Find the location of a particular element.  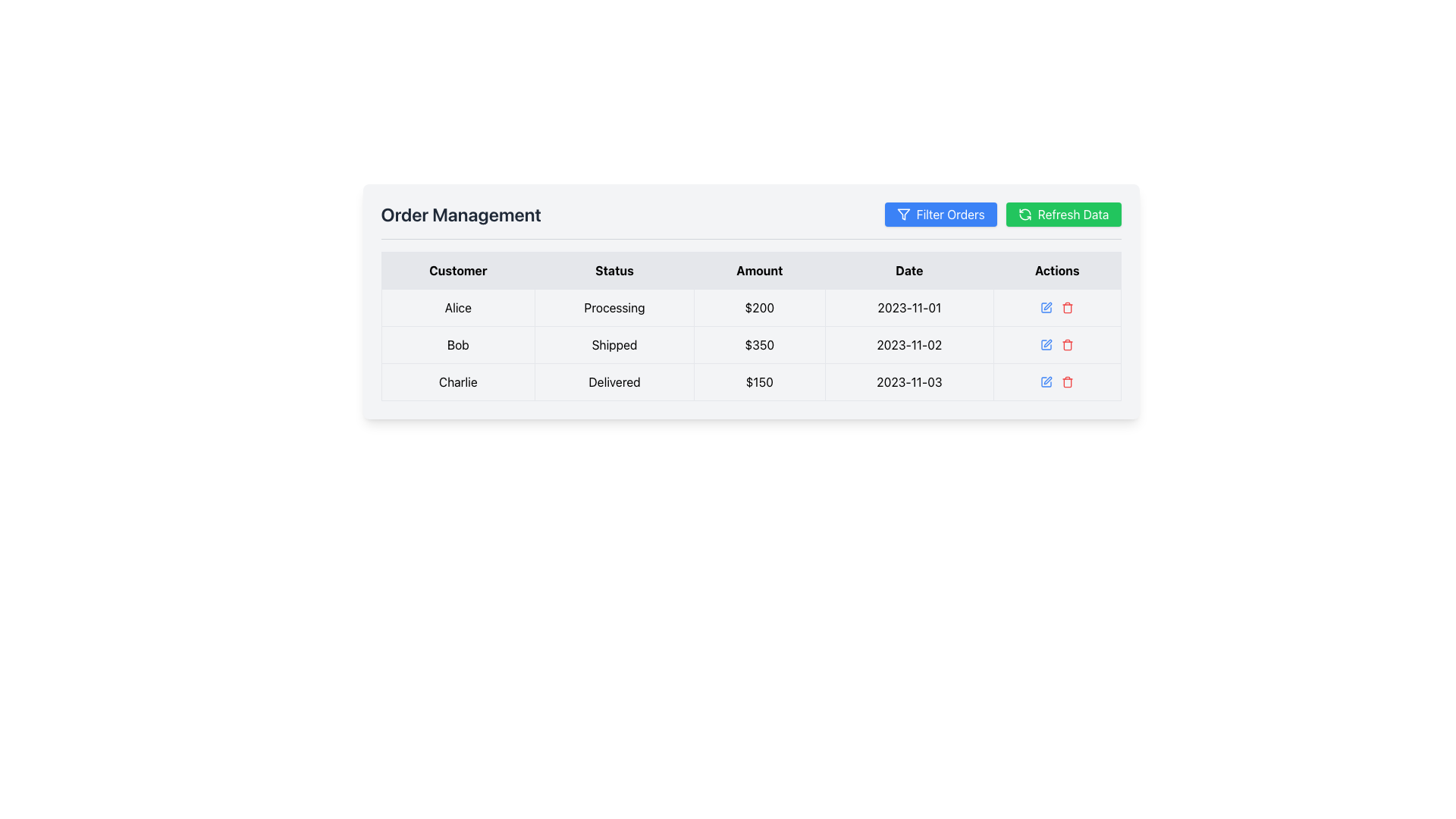

the interactive icon in the 'Actions' column of the second row corresponding to the entry with the value '$350' in the 'Amount' column is located at coordinates (1056, 345).